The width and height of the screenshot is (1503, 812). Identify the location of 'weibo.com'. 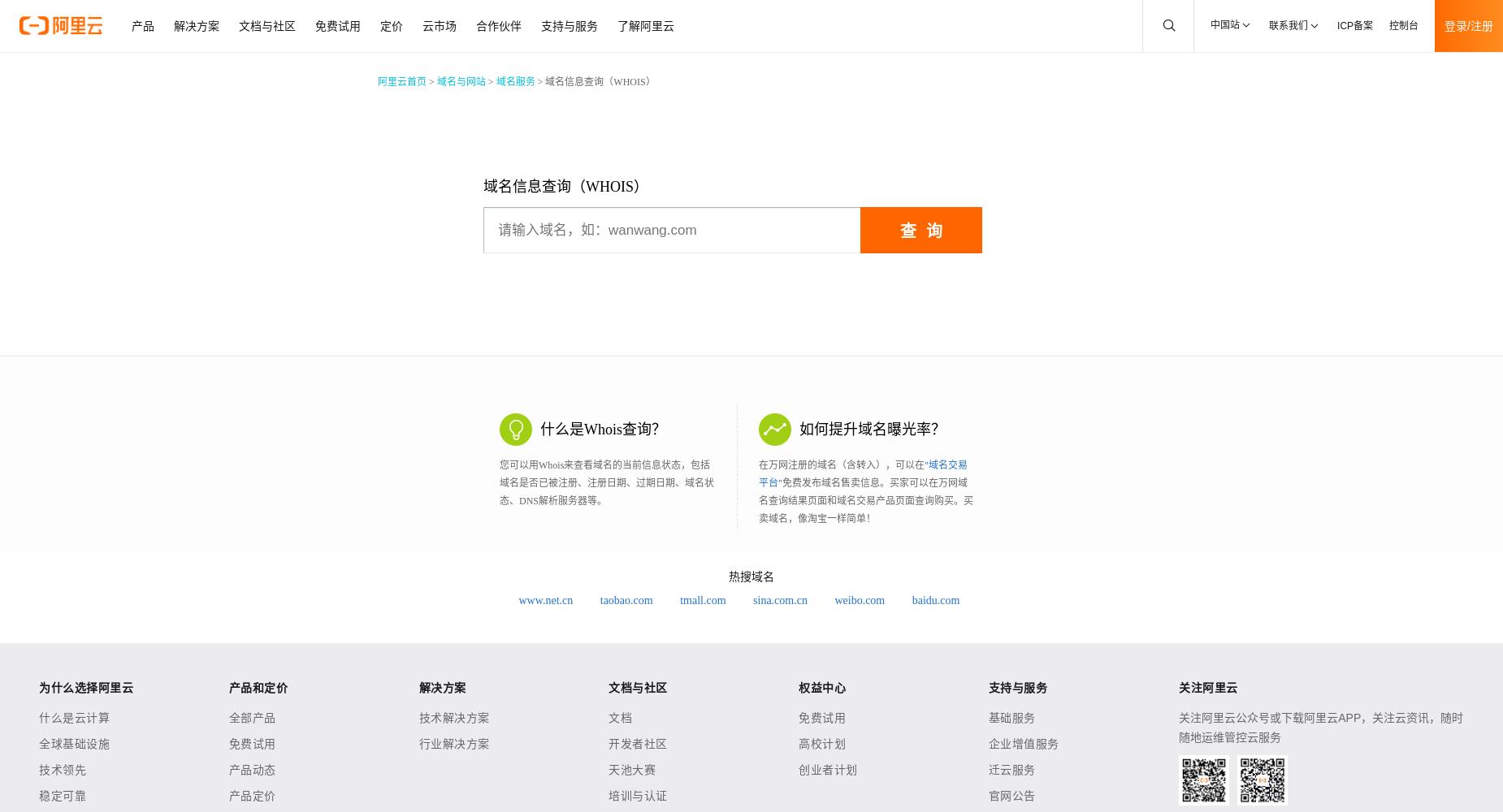
(859, 599).